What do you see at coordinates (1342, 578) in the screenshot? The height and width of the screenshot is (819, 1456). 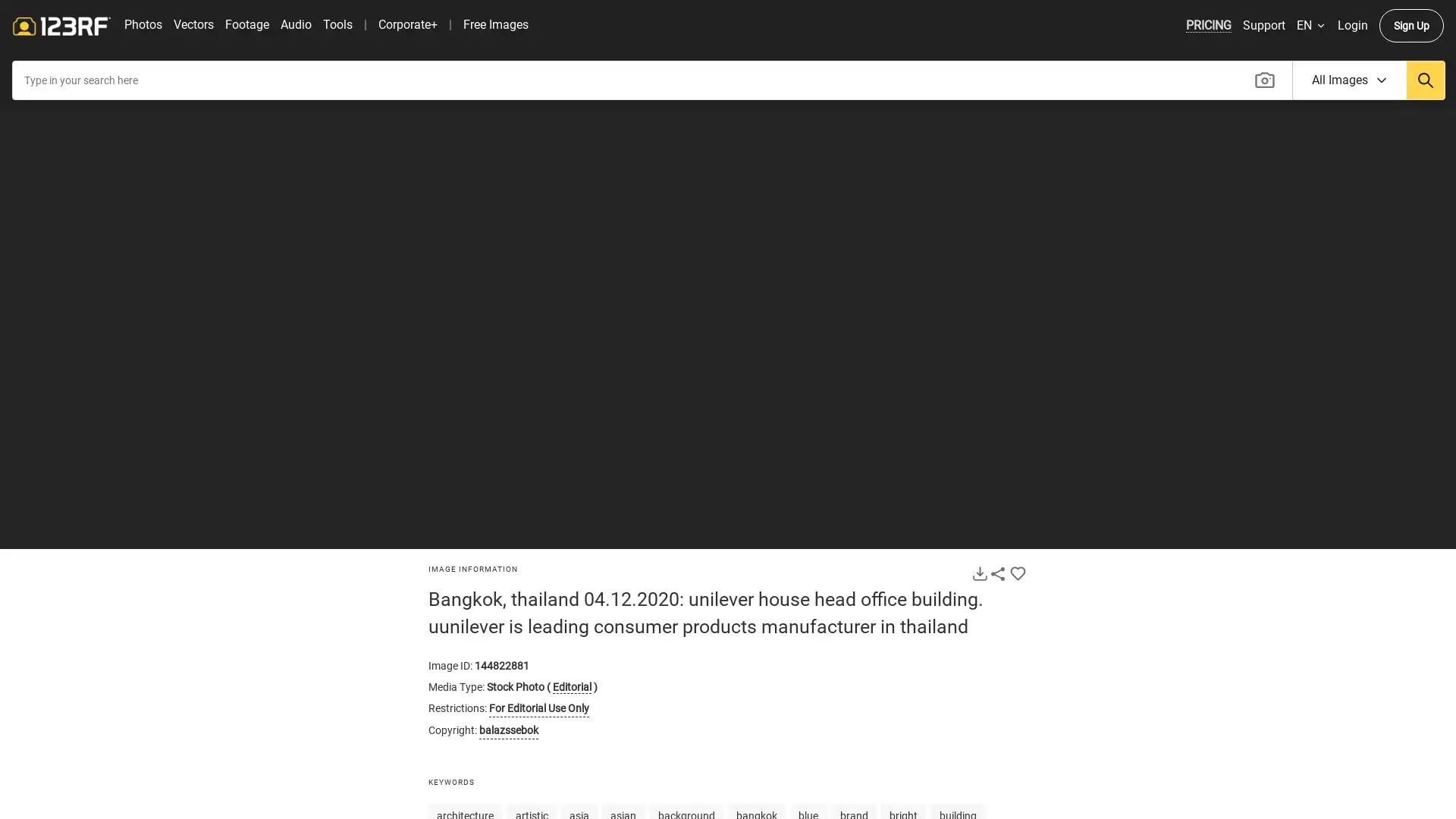 I see `Download button icon Download` at bounding box center [1342, 578].